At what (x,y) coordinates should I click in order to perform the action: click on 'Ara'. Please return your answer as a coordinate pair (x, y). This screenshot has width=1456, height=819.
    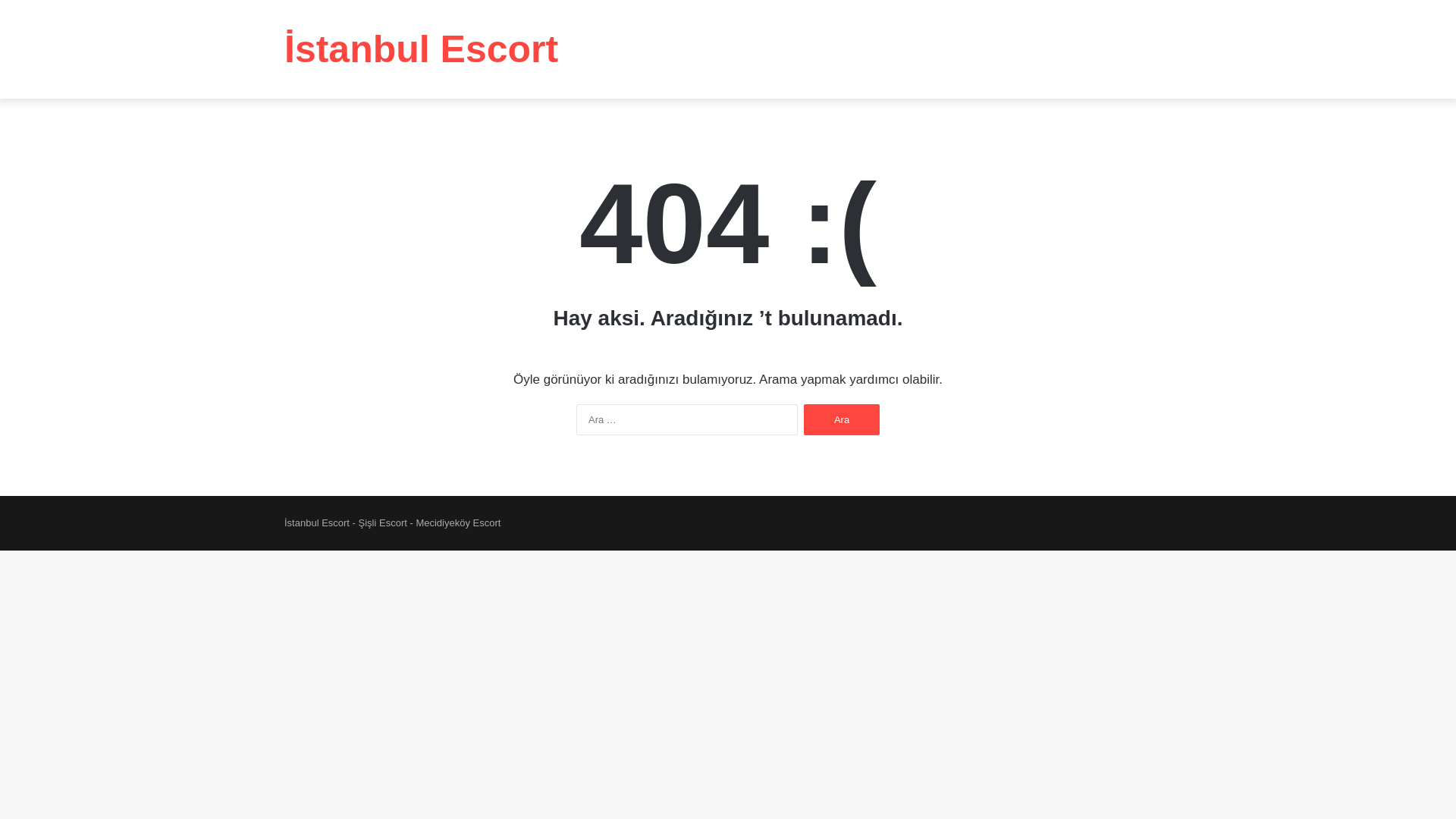
    Looking at the image, I should click on (840, 419).